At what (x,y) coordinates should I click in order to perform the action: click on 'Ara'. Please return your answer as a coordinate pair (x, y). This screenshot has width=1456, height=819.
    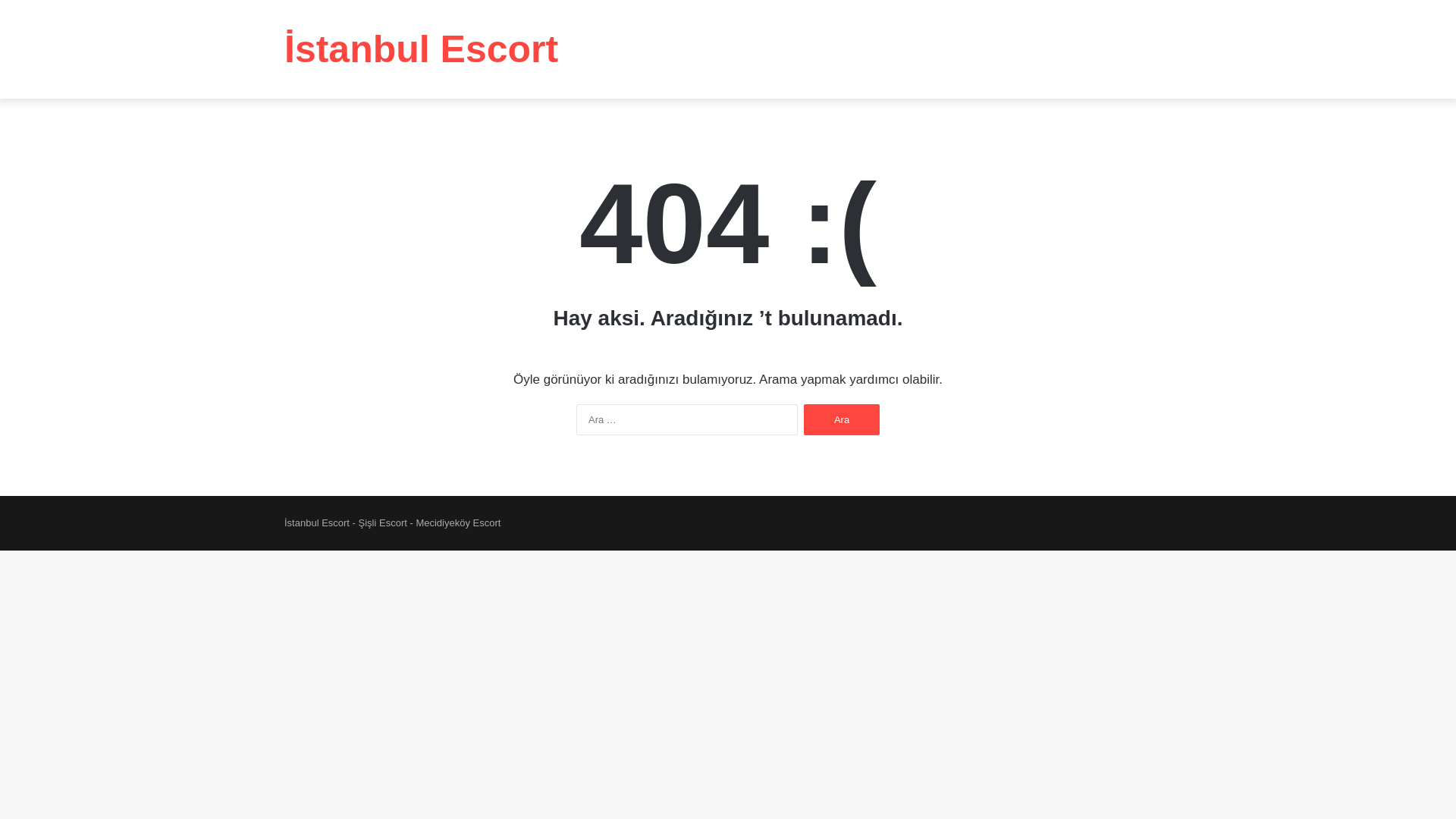
    Looking at the image, I should click on (840, 419).